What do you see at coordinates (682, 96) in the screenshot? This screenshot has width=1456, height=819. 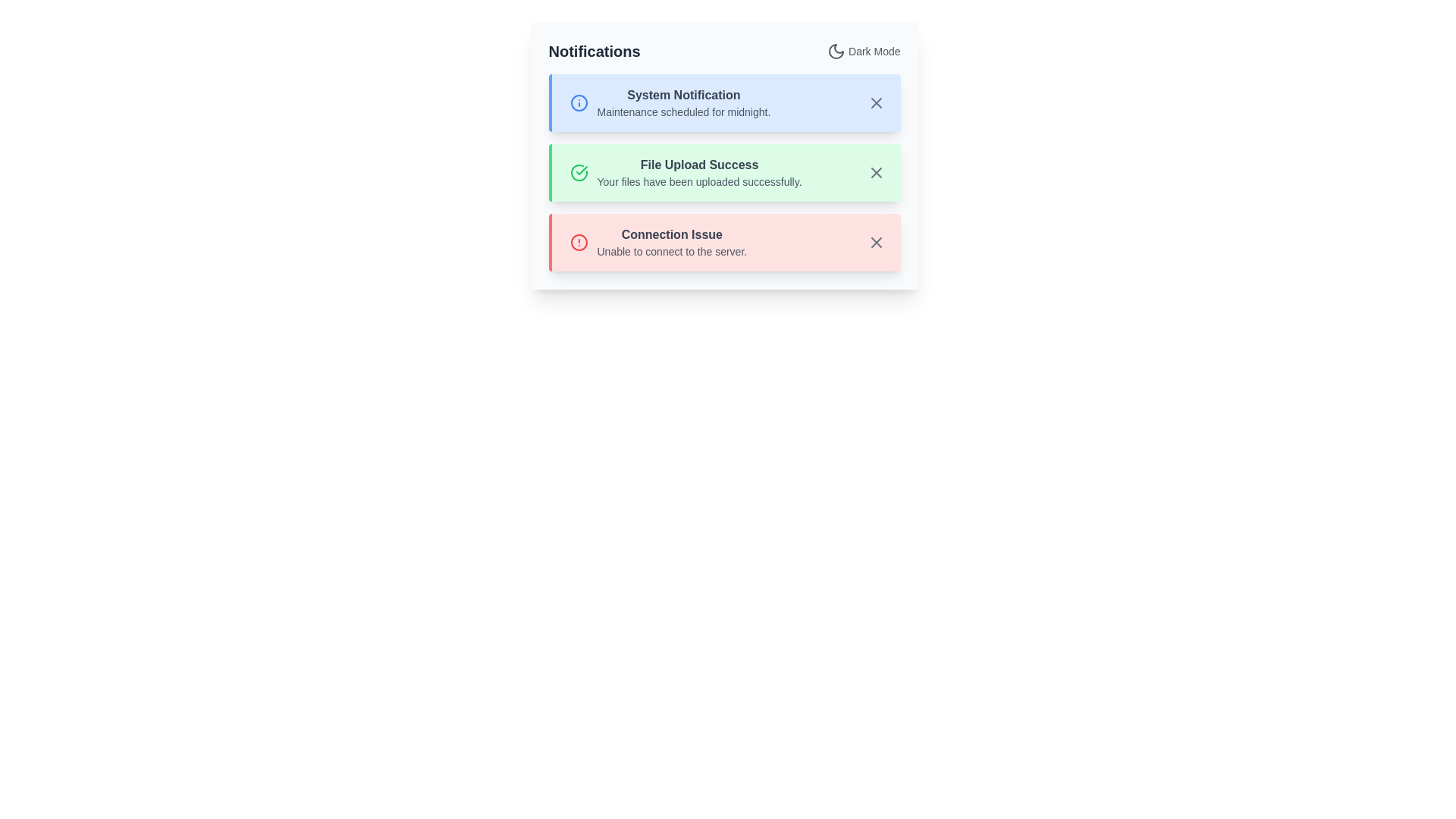 I see `title text located at the top left corner of the blue notification box under the 'Notifications' header` at bounding box center [682, 96].